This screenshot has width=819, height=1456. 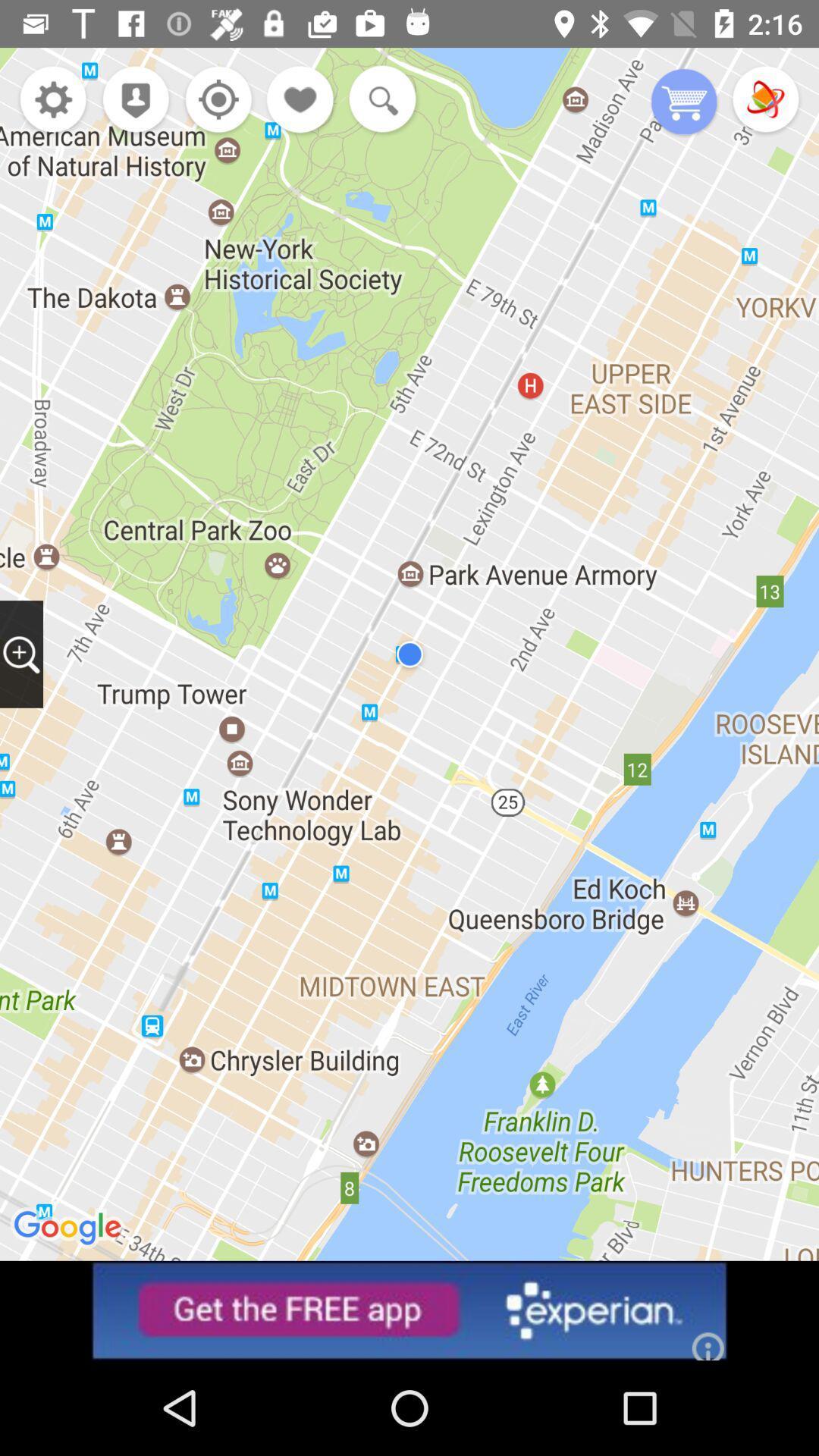 I want to click on open settings, so click(x=52, y=100).